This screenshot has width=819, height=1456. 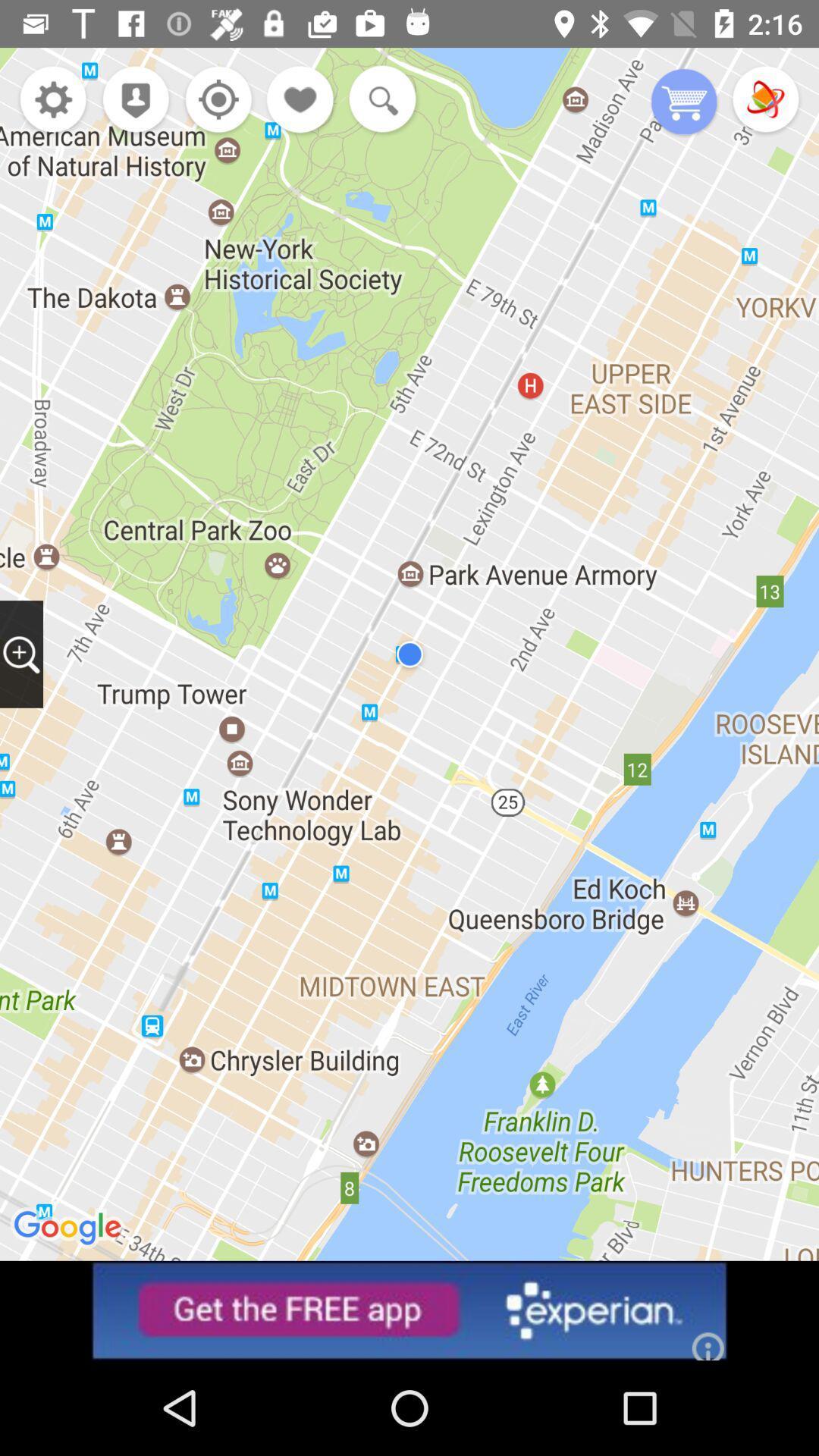 I want to click on open settings, so click(x=52, y=100).